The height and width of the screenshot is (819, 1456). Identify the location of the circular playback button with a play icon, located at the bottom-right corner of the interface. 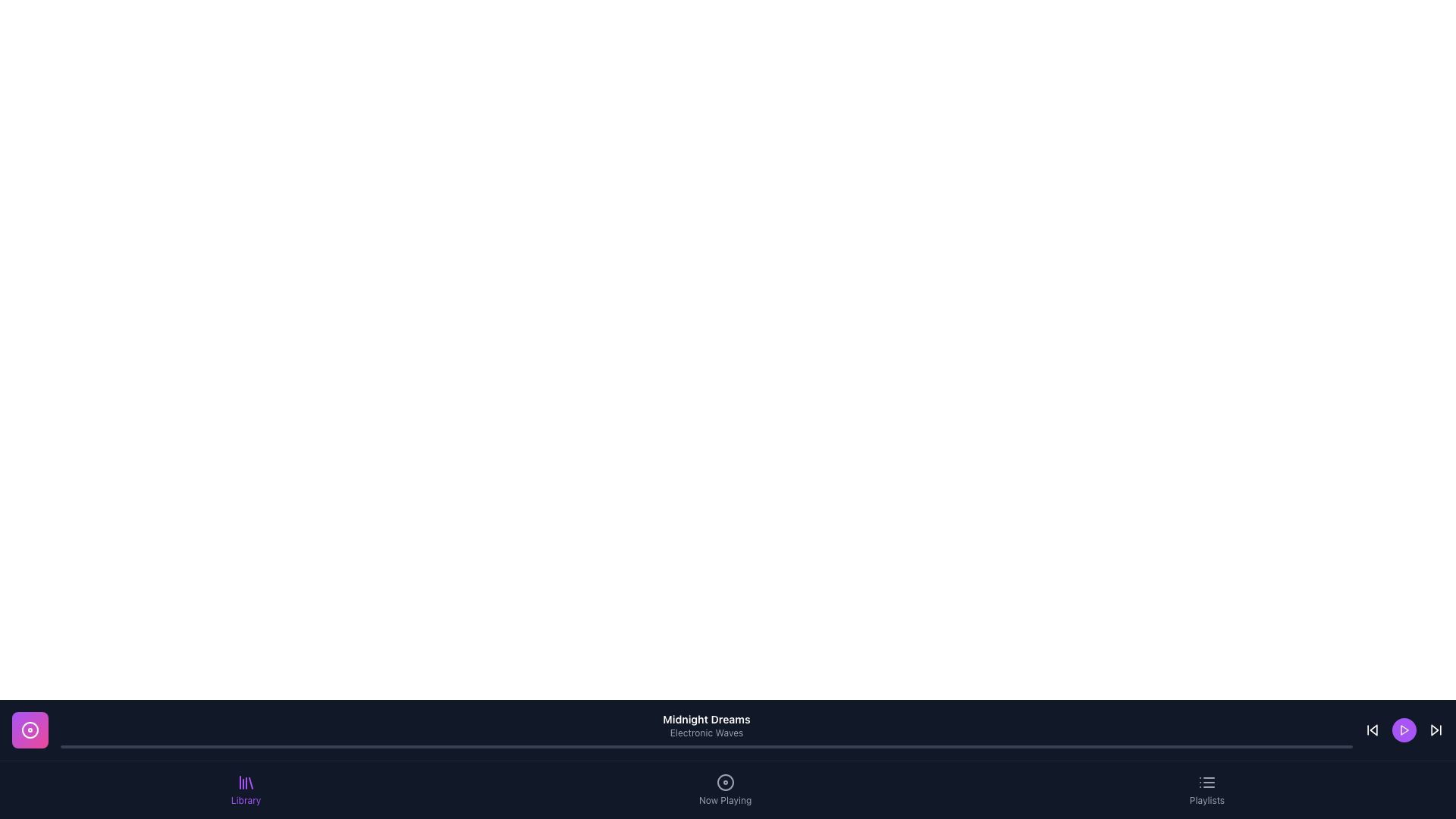
(1404, 730).